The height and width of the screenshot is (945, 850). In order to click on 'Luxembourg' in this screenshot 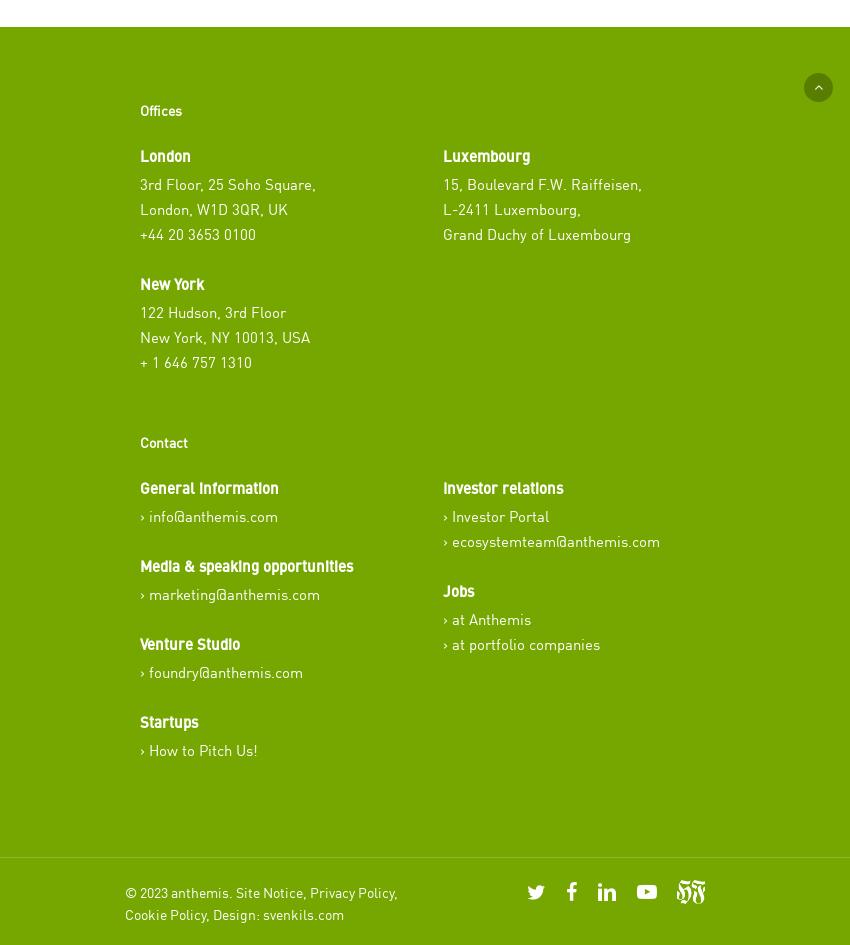, I will do `click(486, 158)`.